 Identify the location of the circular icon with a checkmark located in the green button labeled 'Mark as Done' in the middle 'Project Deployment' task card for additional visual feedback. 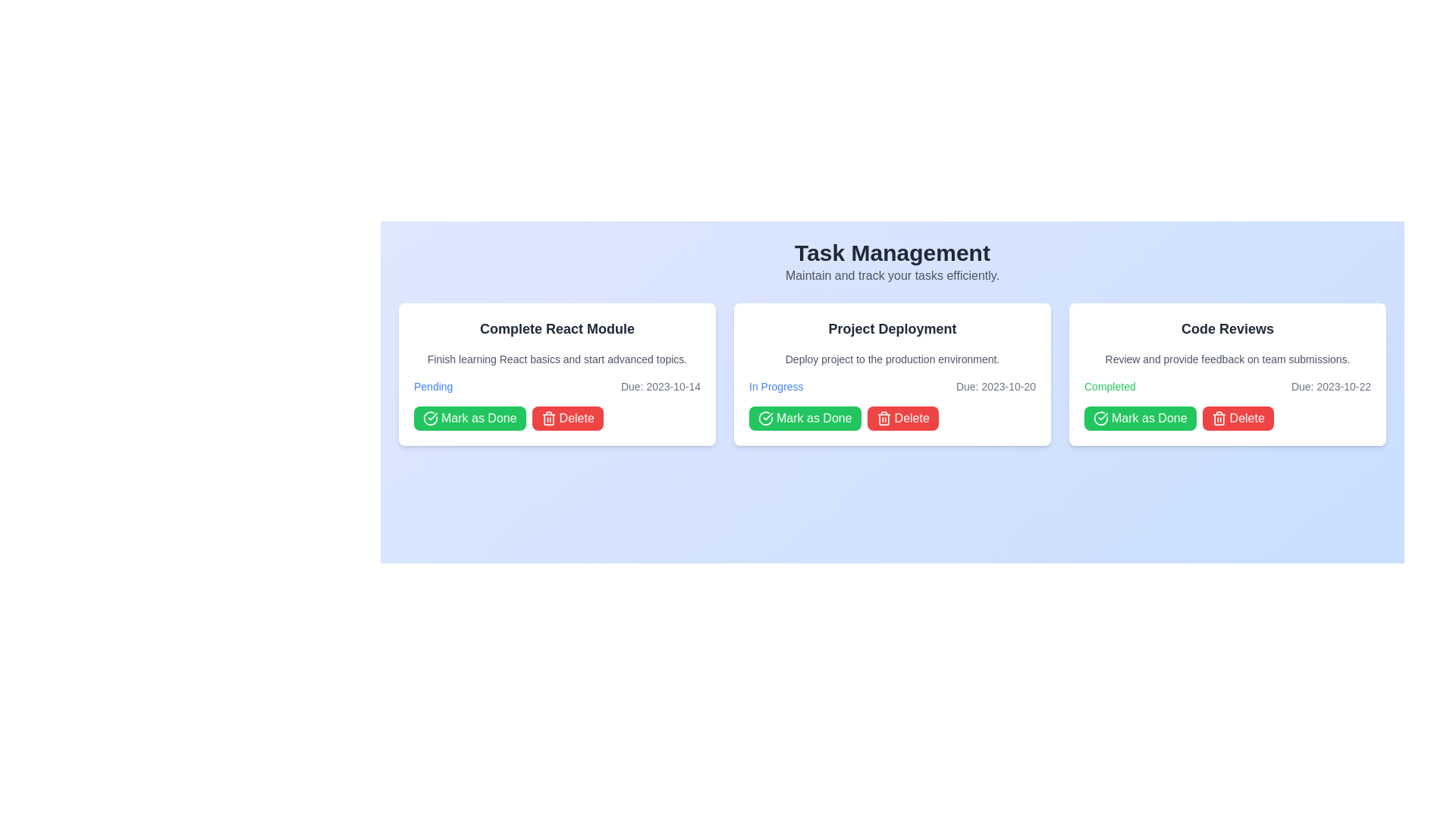
(765, 418).